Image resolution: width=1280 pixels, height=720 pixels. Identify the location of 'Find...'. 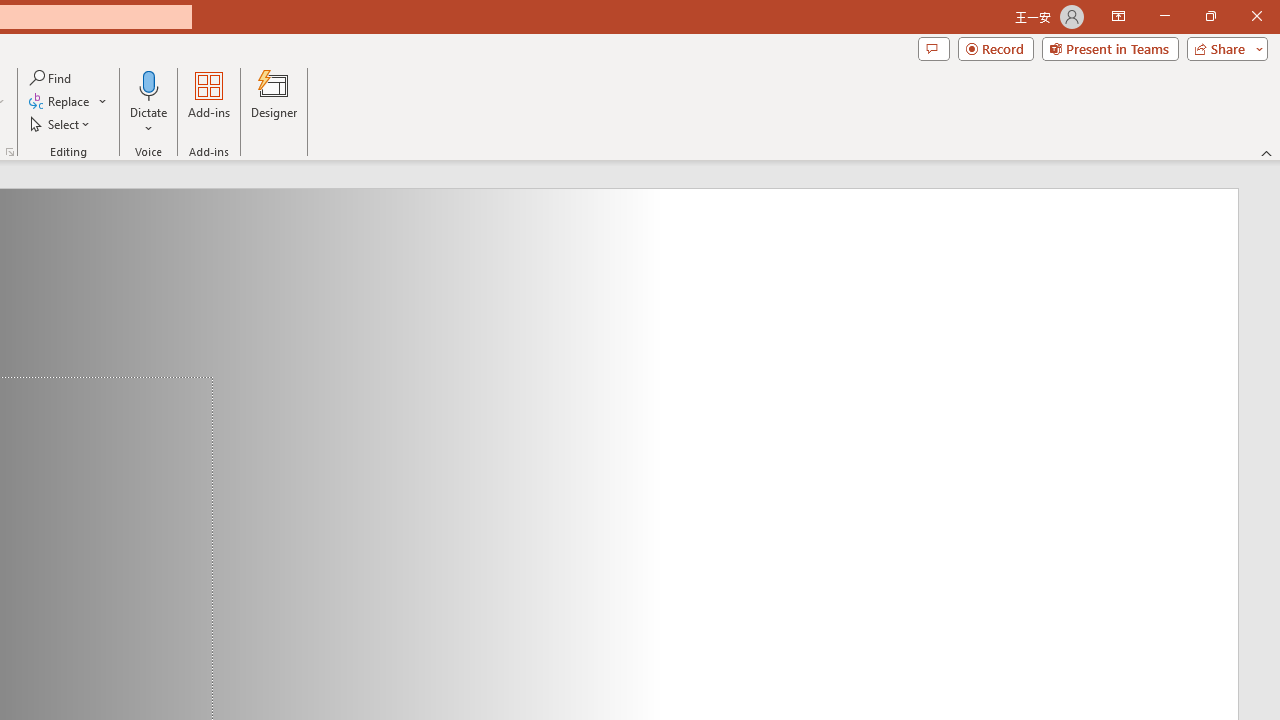
(51, 77).